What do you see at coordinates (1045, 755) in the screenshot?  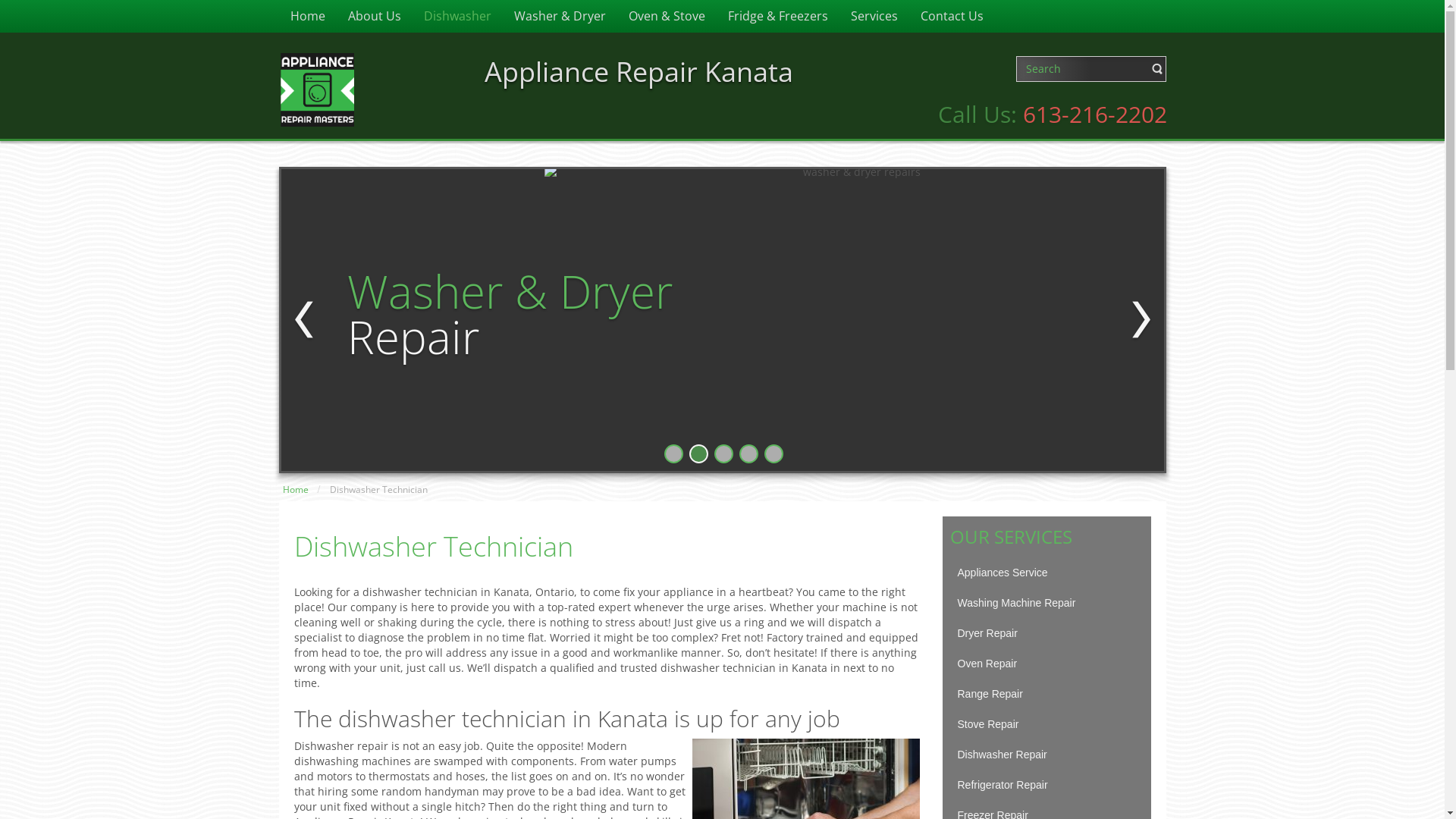 I see `'Dishwasher Repair'` at bounding box center [1045, 755].